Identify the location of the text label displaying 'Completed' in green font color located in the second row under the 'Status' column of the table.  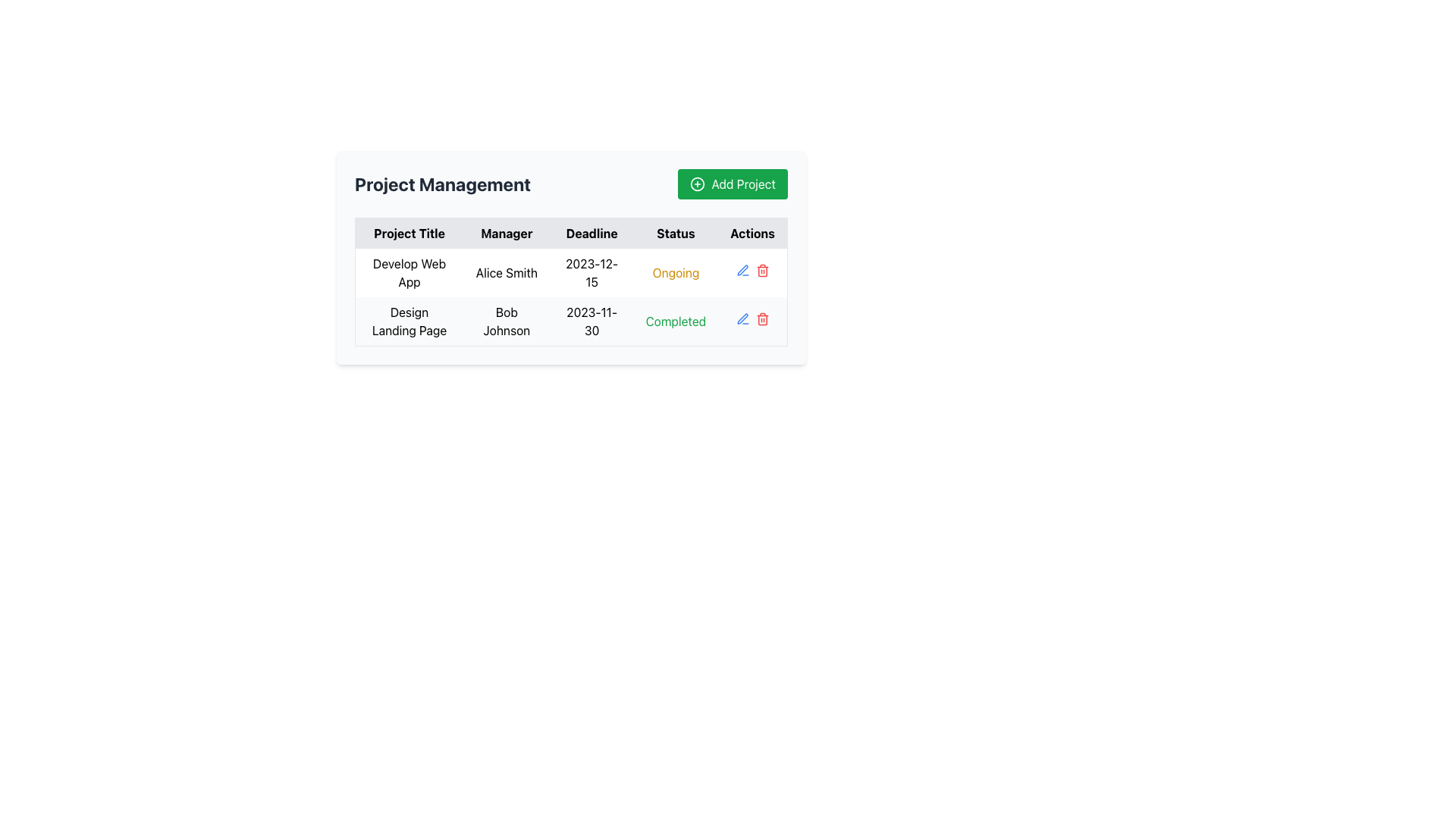
(675, 321).